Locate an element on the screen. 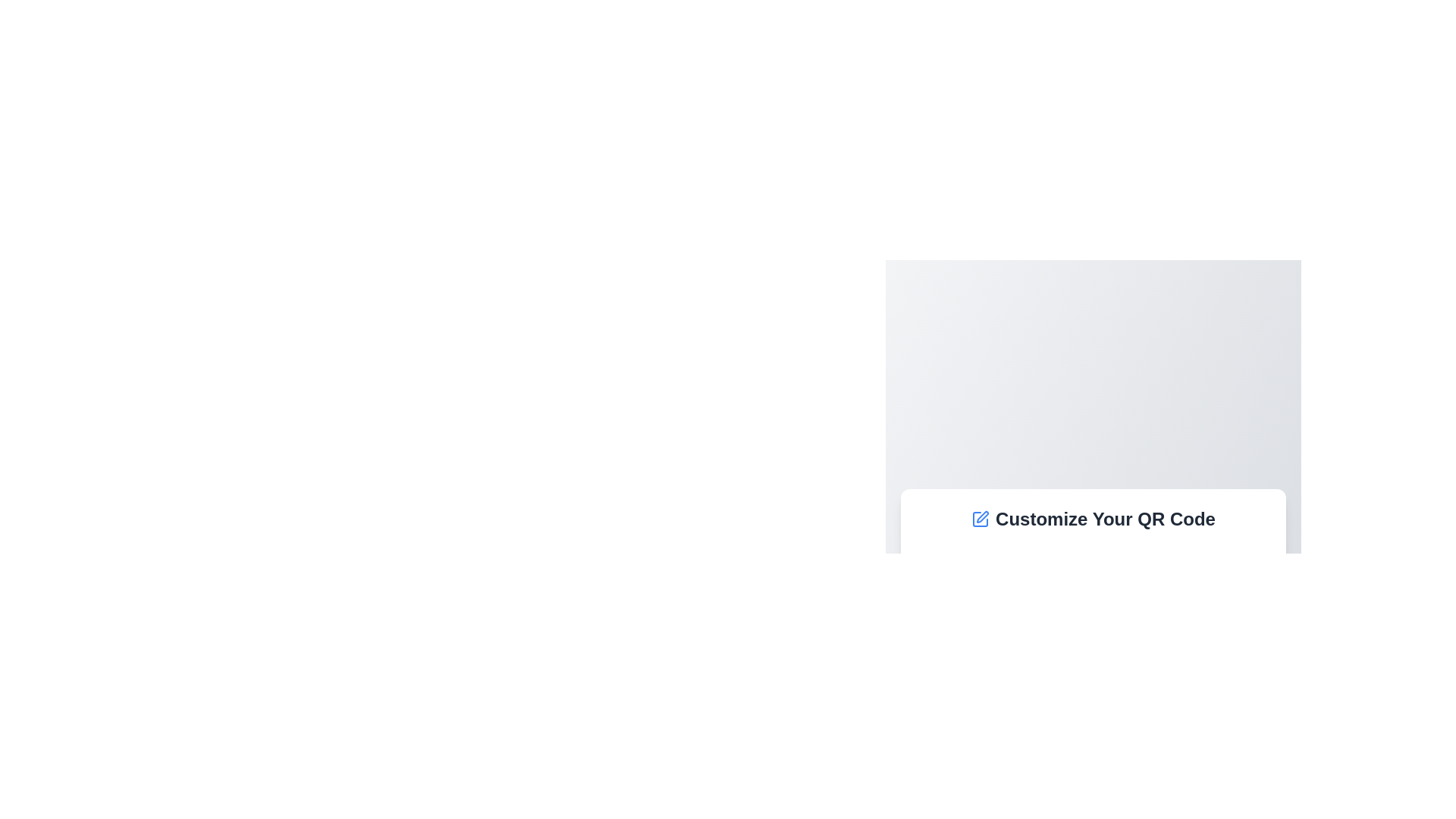 This screenshot has height=819, width=1456. the editing tool icon button is located at coordinates (983, 516).